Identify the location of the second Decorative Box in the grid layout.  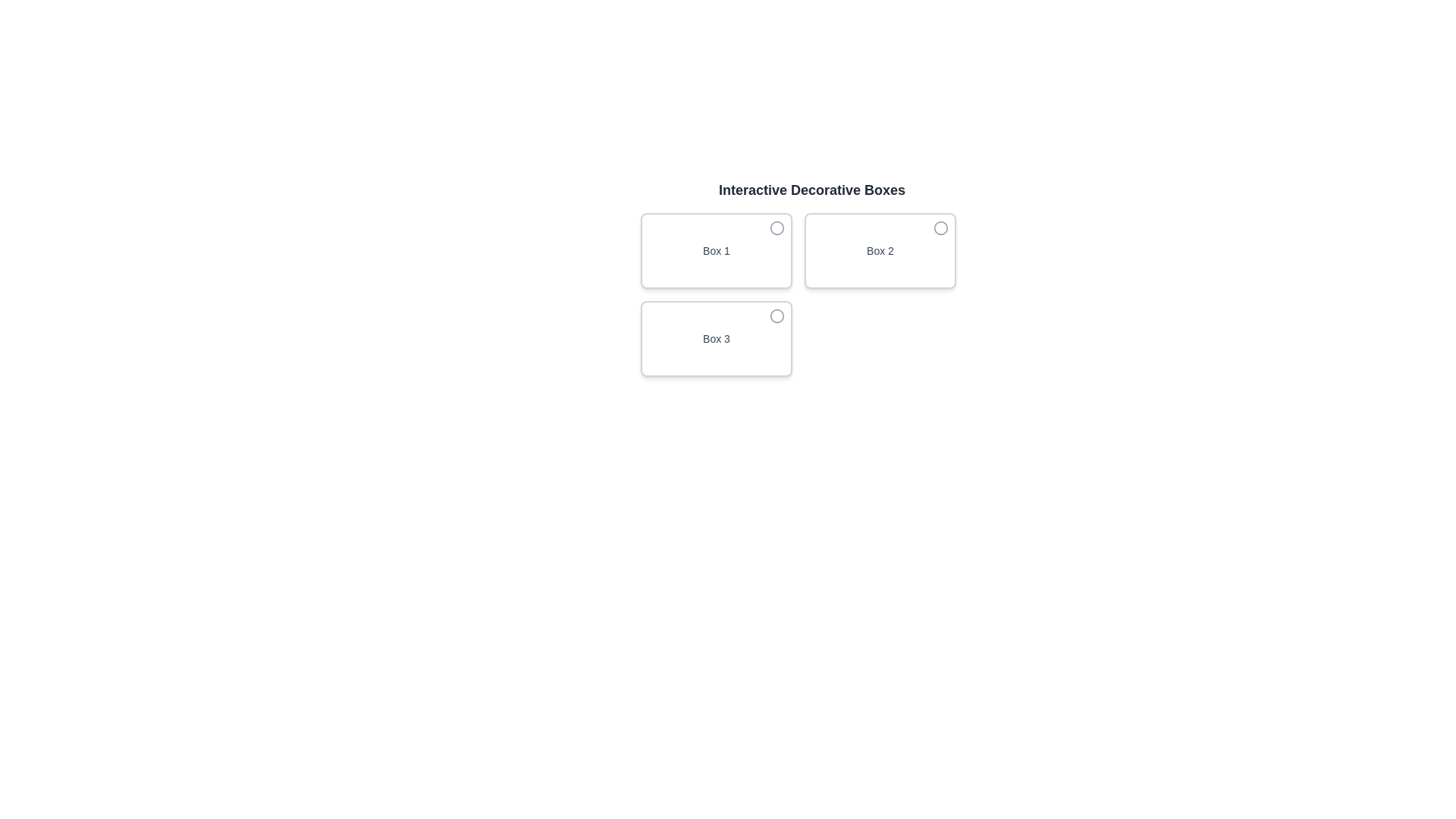
(880, 250).